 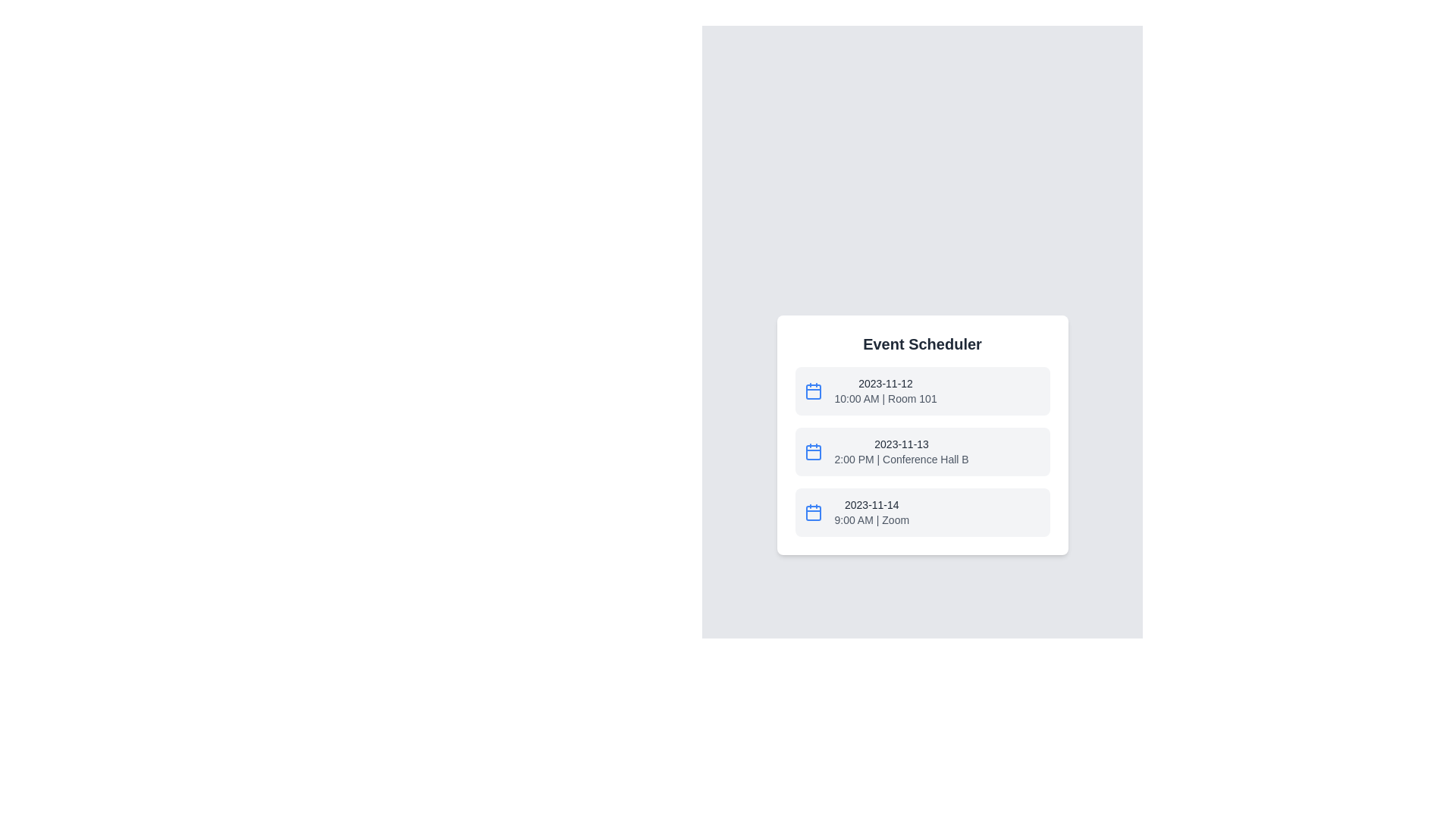 What do you see at coordinates (921, 344) in the screenshot?
I see `the static text element titled 'Event Scheduler', which is styled in bold dark gray font and positioned at the top of a white card containing event details` at bounding box center [921, 344].